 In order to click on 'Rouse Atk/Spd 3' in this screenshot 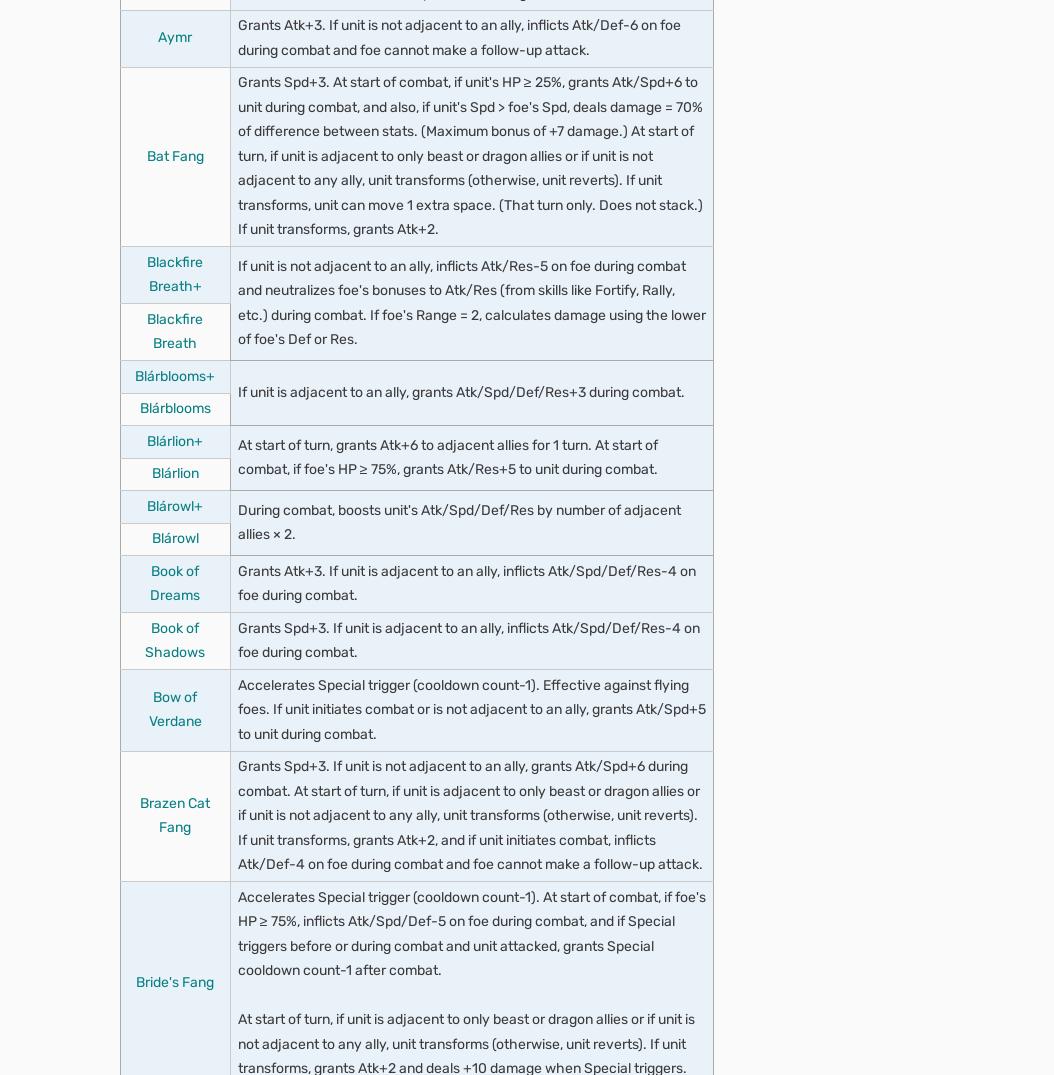, I will do `click(208, 476)`.